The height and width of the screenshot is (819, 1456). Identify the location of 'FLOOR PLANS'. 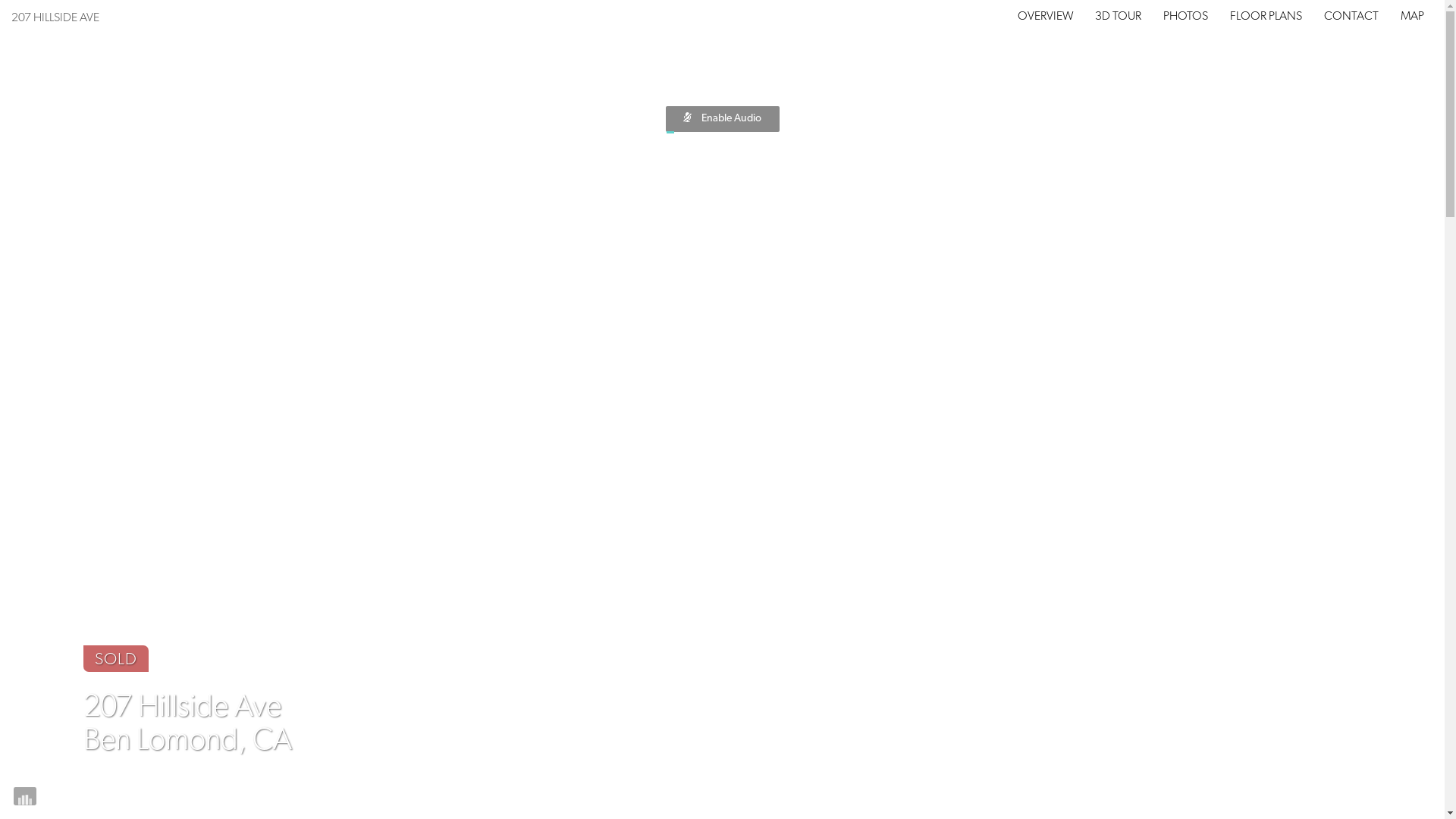
(1230, 17).